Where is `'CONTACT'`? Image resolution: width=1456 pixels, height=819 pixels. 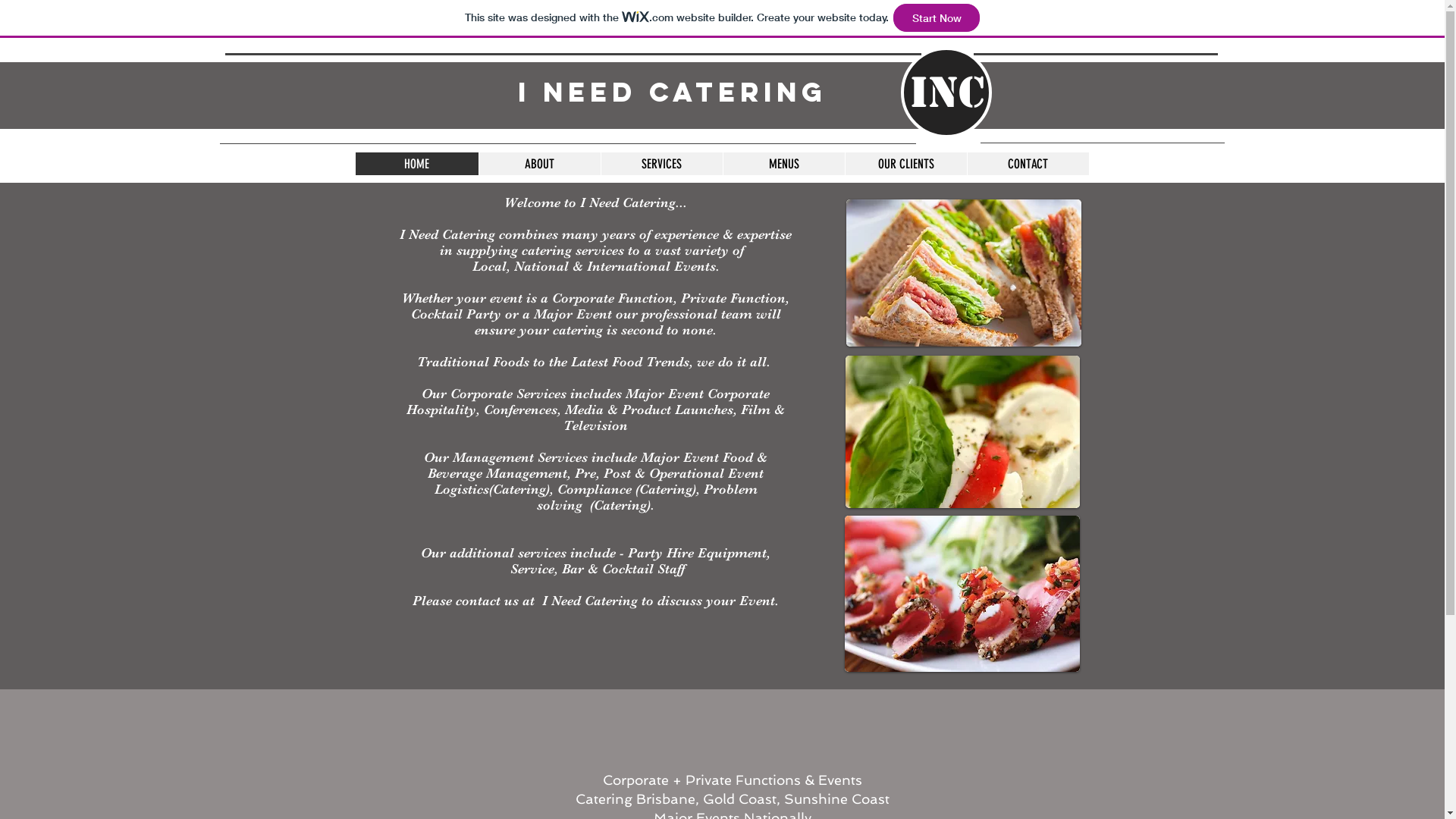 'CONTACT' is located at coordinates (965, 164).